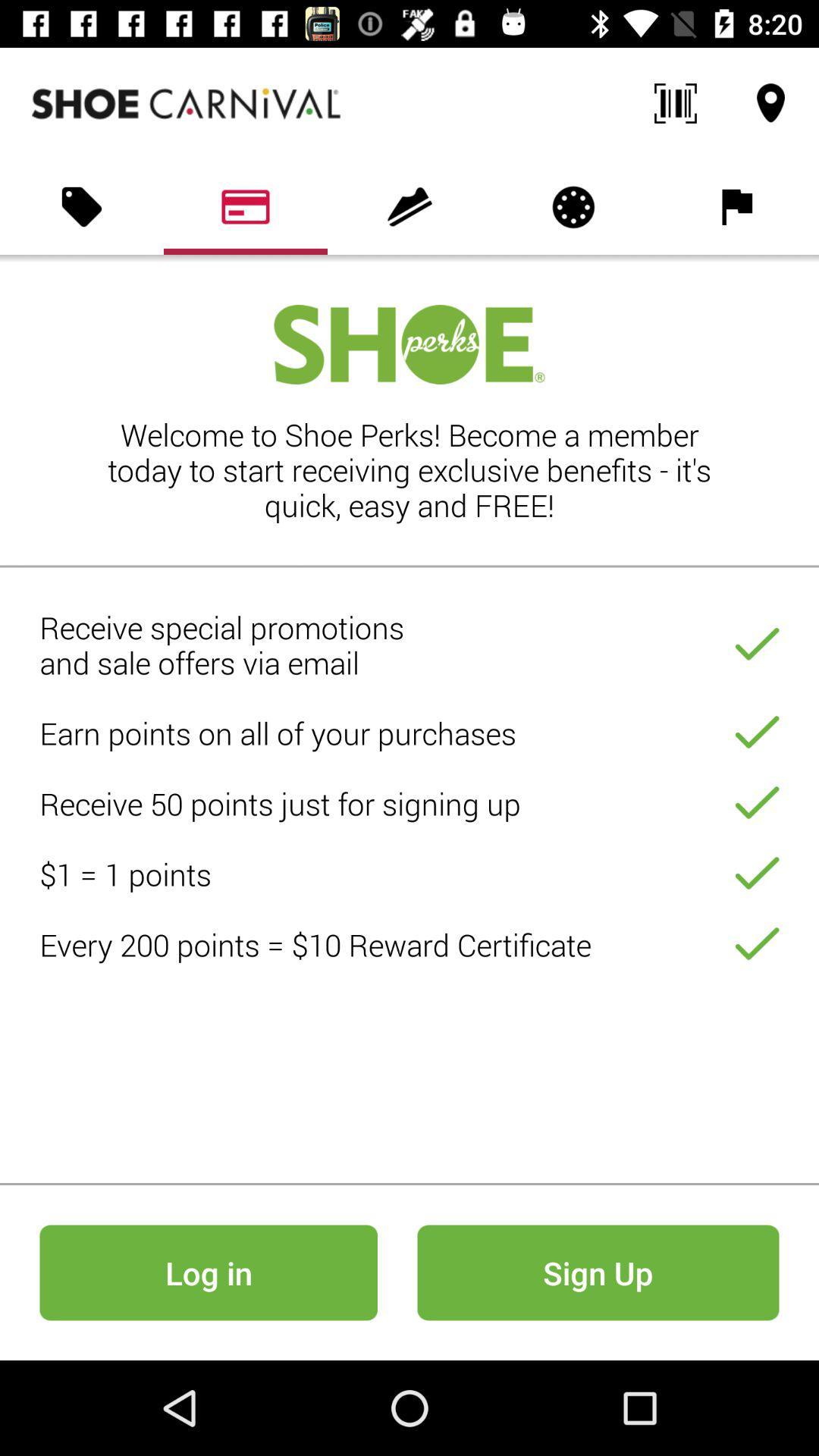  I want to click on item to the left of sign up icon, so click(209, 1272).